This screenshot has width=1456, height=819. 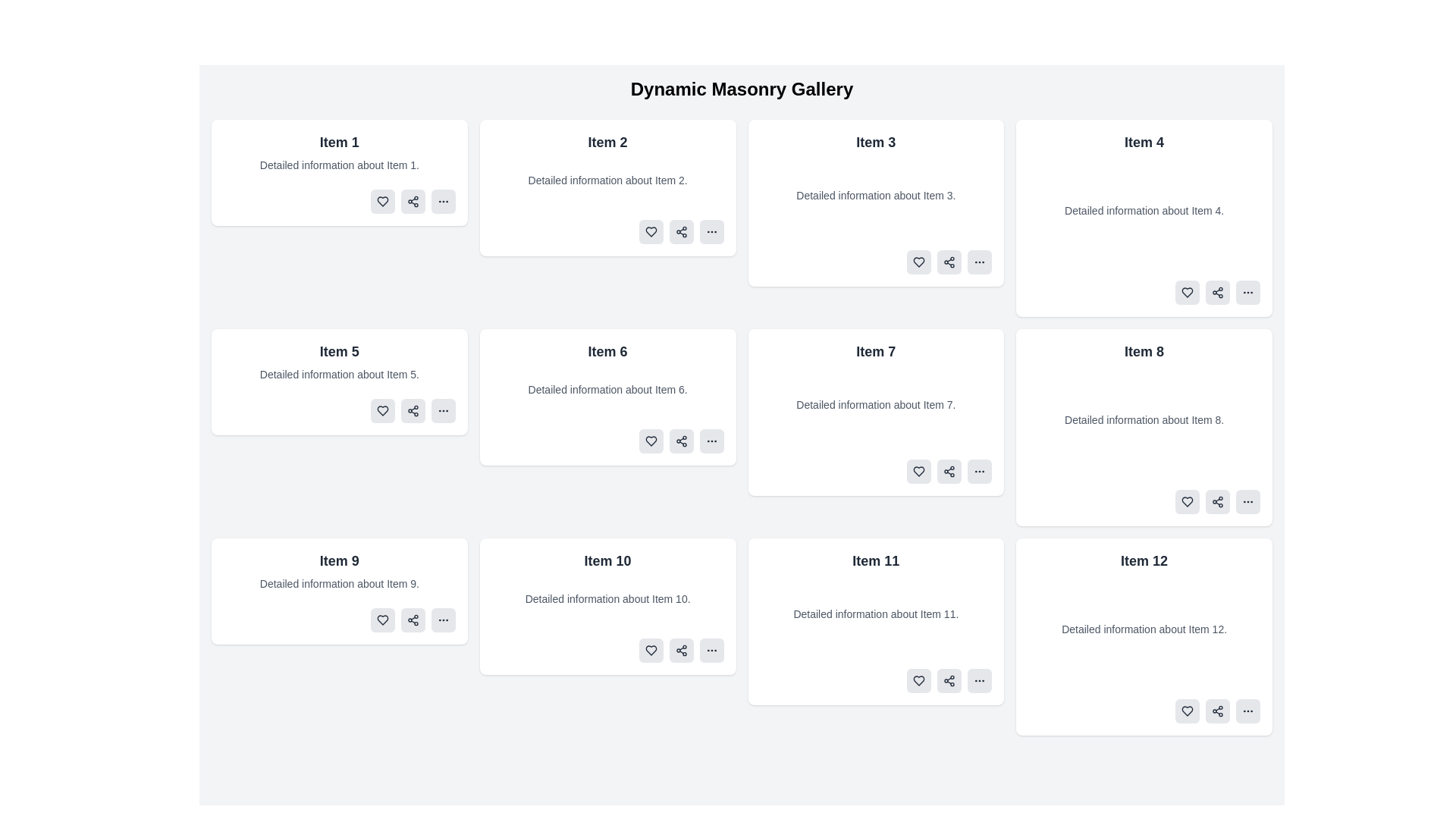 What do you see at coordinates (651, 441) in the screenshot?
I see `the heart-shaped icon within the interactive button for 'Item 6'` at bounding box center [651, 441].